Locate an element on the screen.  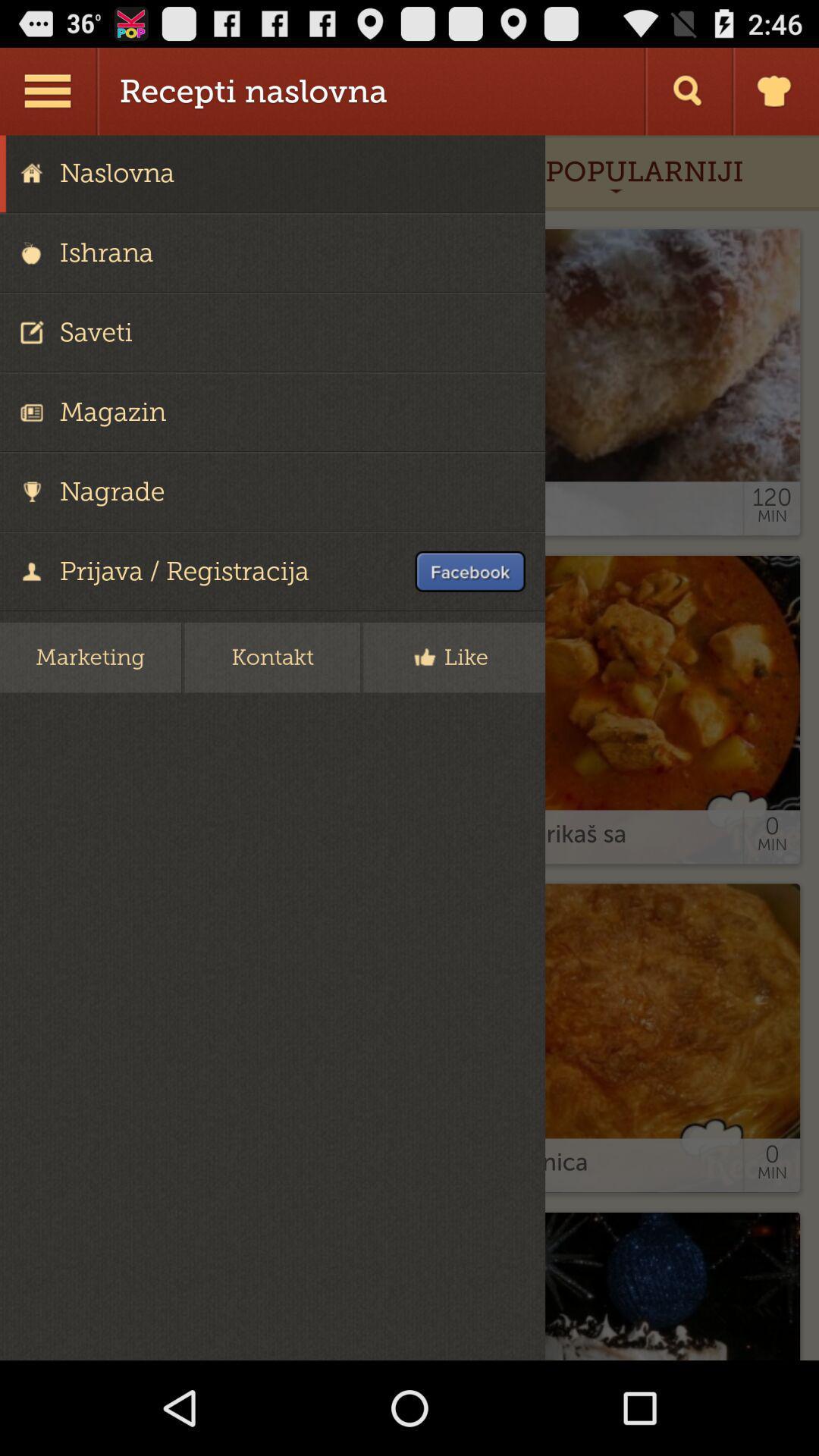
display options is located at coordinates (49, 90).